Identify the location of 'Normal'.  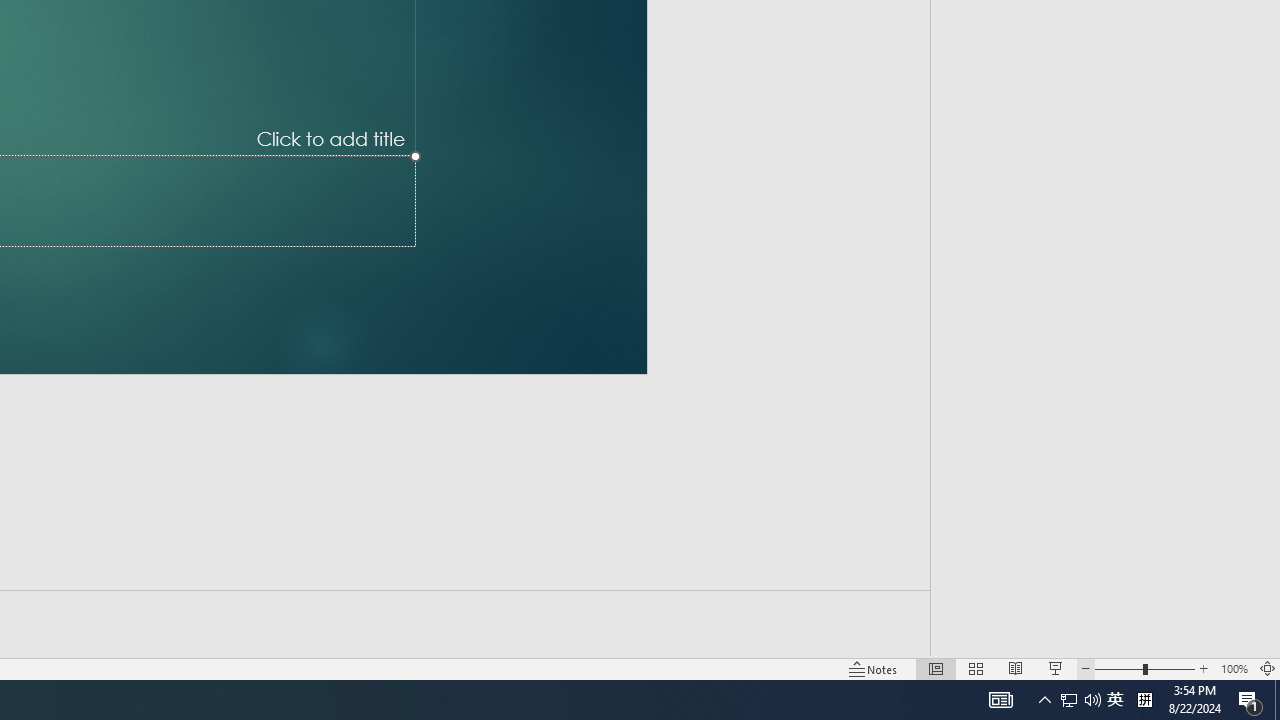
(935, 669).